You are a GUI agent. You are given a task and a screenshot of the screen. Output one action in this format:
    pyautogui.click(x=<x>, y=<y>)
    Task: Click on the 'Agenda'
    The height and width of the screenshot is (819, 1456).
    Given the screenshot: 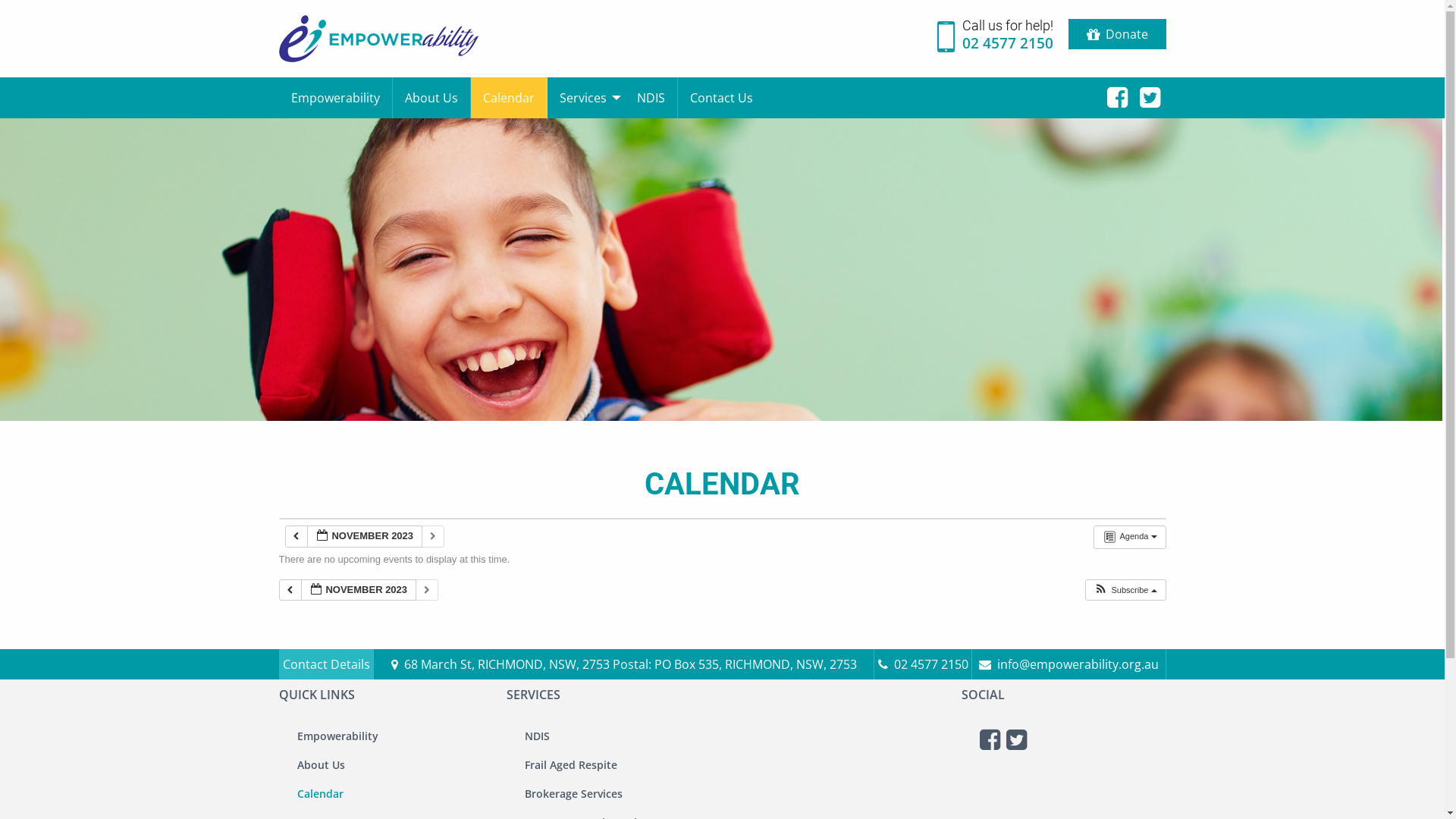 What is the action you would take?
    pyautogui.click(x=1129, y=536)
    